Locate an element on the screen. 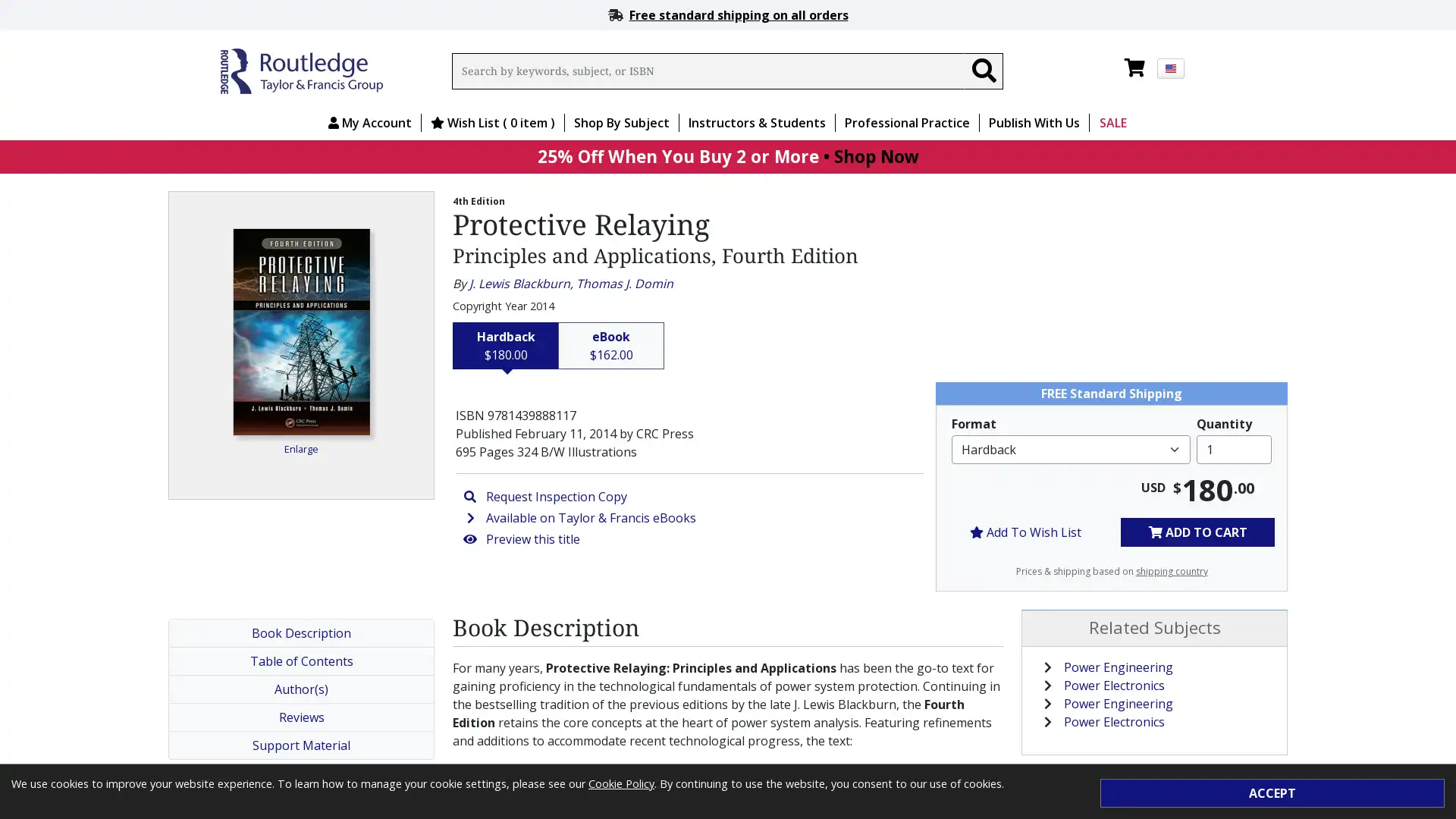 The image size is (1456, 819). ADD TO CART is located at coordinates (1197, 531).